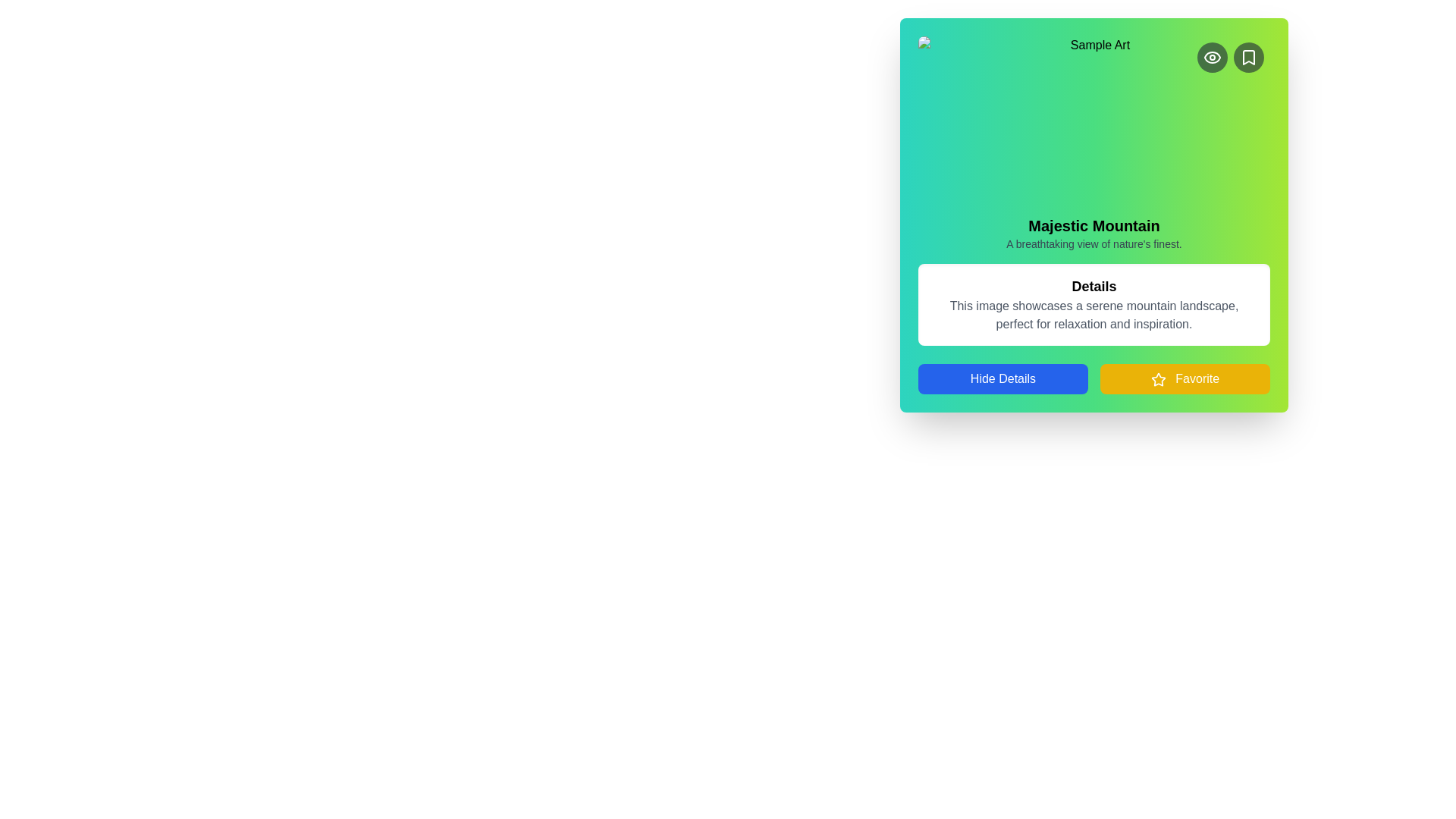 This screenshot has height=819, width=1456. I want to click on content displayed in the text display component located near the center of a colored card styled with a gradient background, above a white information box, and under two small icons at the top right corner, so click(1094, 215).